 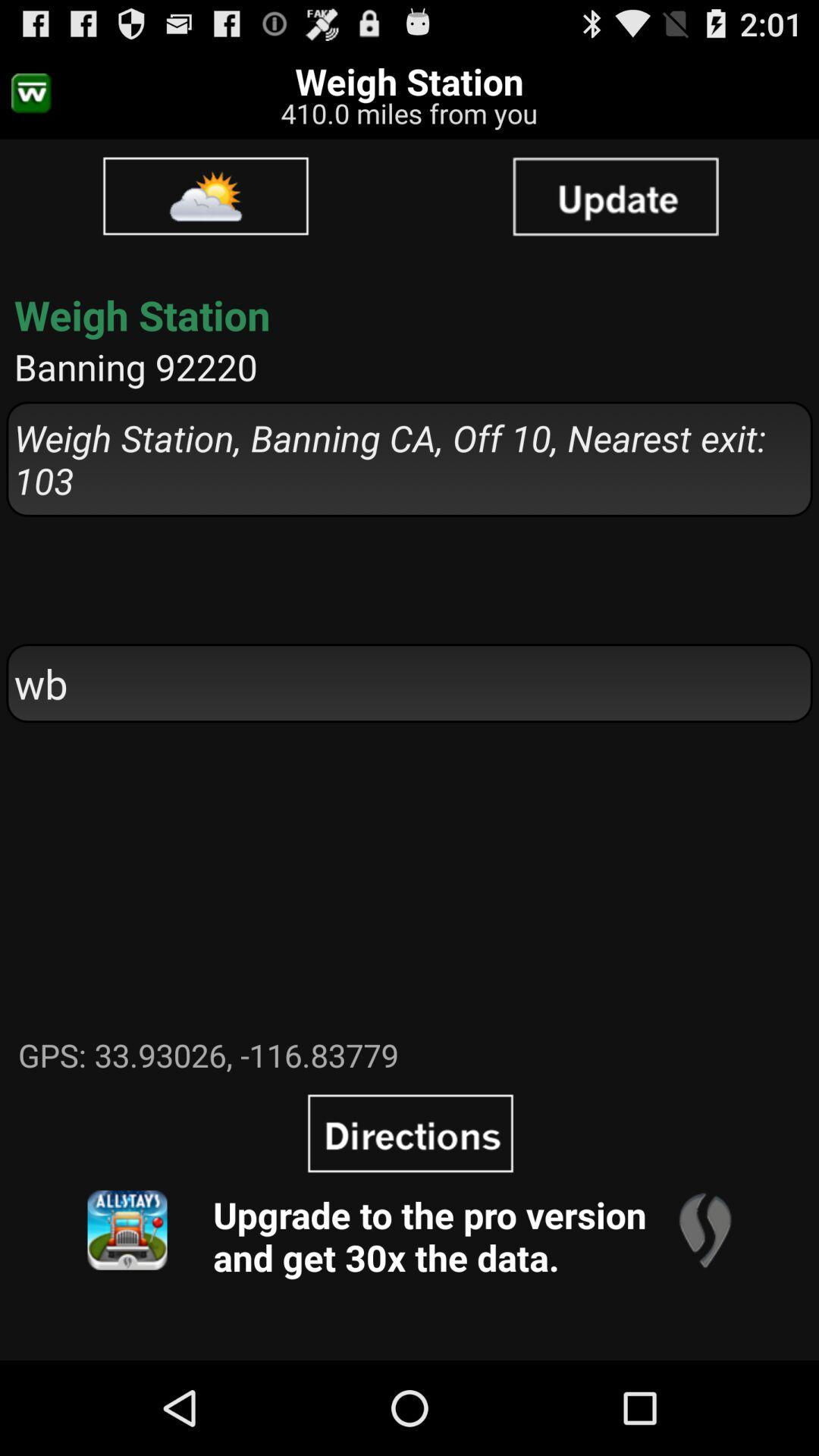 What do you see at coordinates (615, 195) in the screenshot?
I see `app above banning 92220  icon` at bounding box center [615, 195].